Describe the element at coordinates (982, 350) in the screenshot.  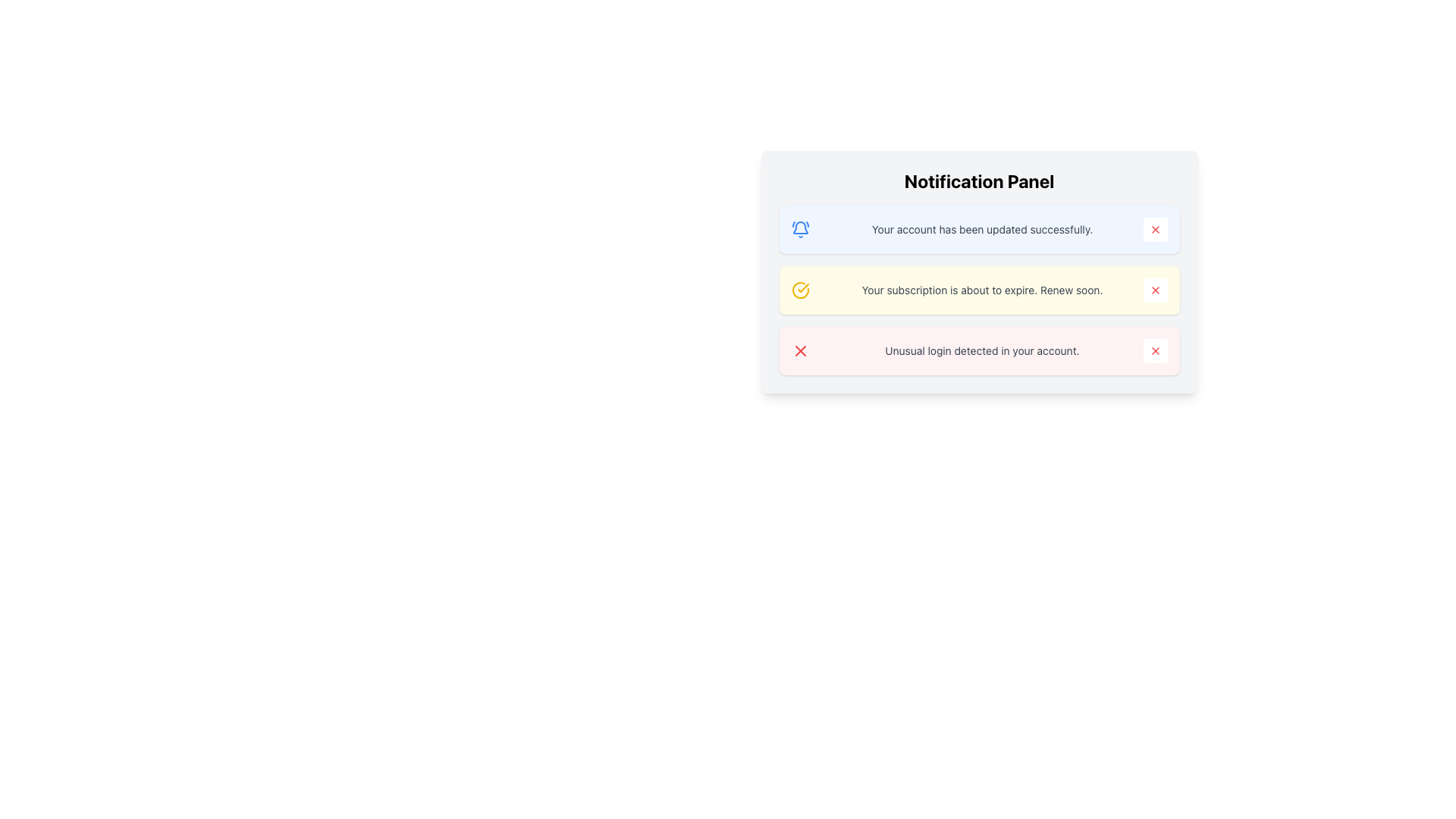
I see `information displayed in the alert box with the gray text 'Unusual login detected in your account.' located in the third notification box of the notification panel` at that location.